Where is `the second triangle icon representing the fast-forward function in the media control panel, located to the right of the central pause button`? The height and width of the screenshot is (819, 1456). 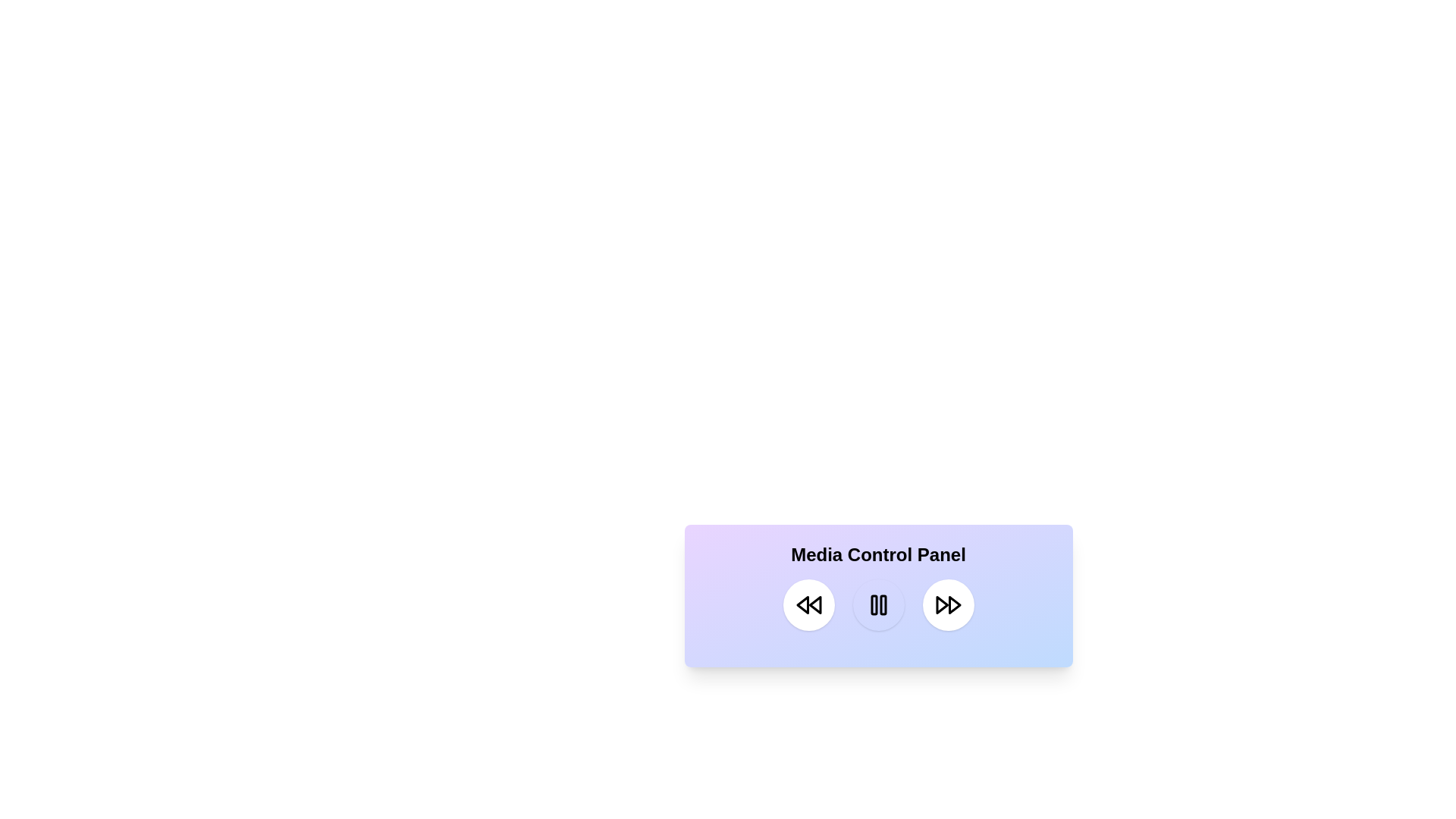
the second triangle icon representing the fast-forward function in the media control panel, located to the right of the central pause button is located at coordinates (941, 604).